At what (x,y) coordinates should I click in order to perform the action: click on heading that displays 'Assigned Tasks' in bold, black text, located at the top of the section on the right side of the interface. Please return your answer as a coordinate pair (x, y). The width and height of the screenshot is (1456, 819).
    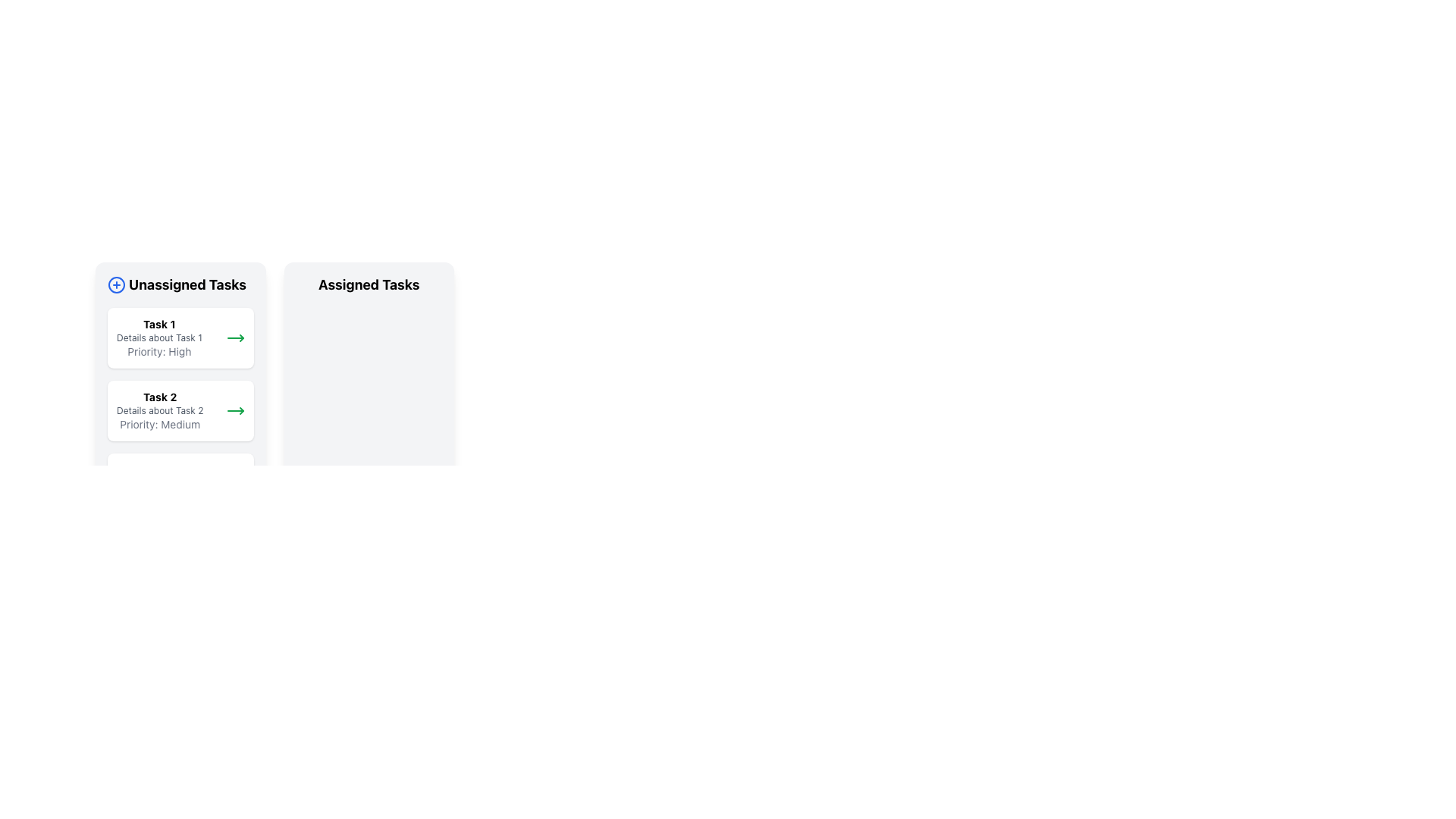
    Looking at the image, I should click on (369, 284).